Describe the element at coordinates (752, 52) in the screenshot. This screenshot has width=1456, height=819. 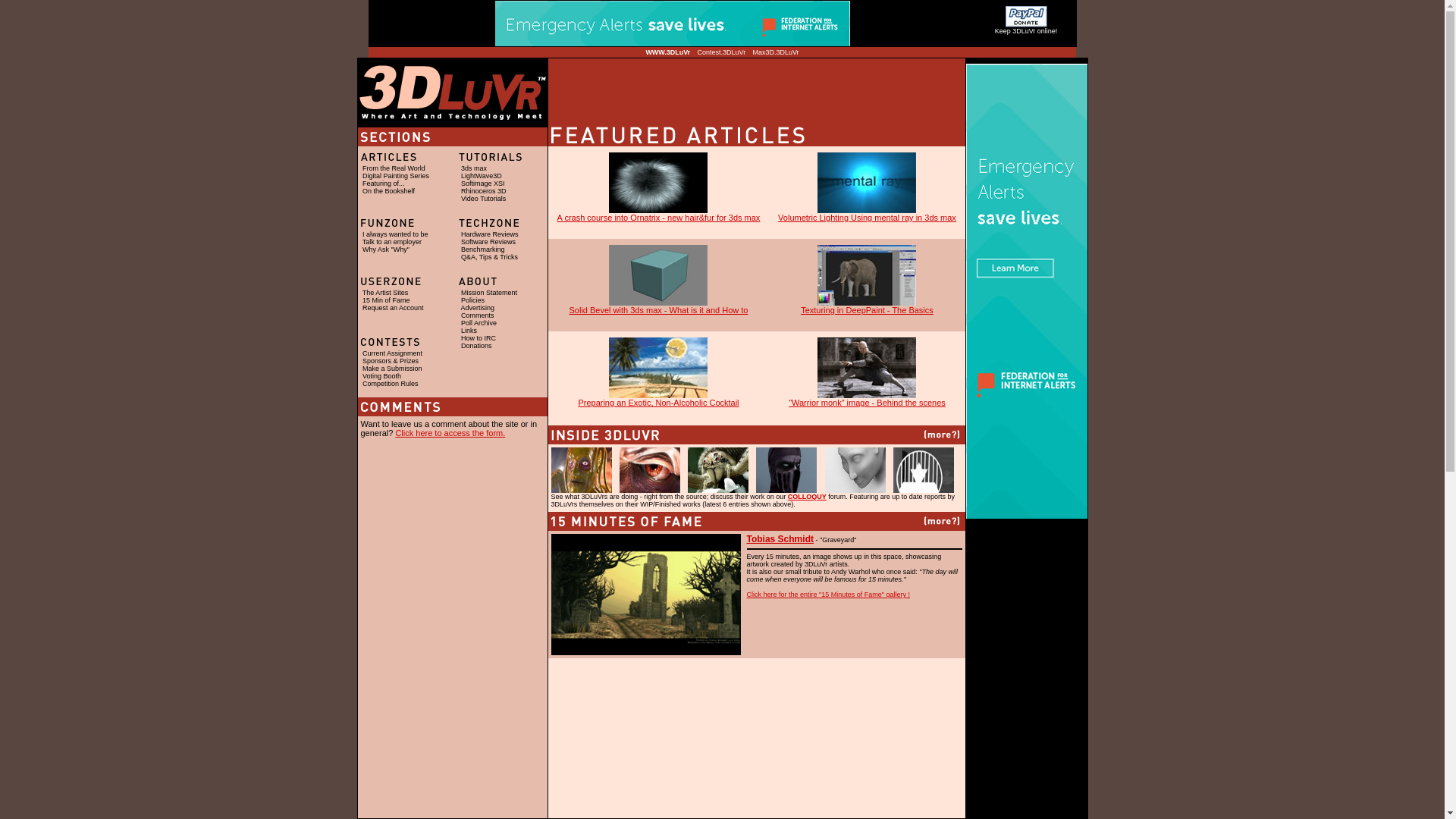
I see `'Max3D.3DLuVr'` at that location.